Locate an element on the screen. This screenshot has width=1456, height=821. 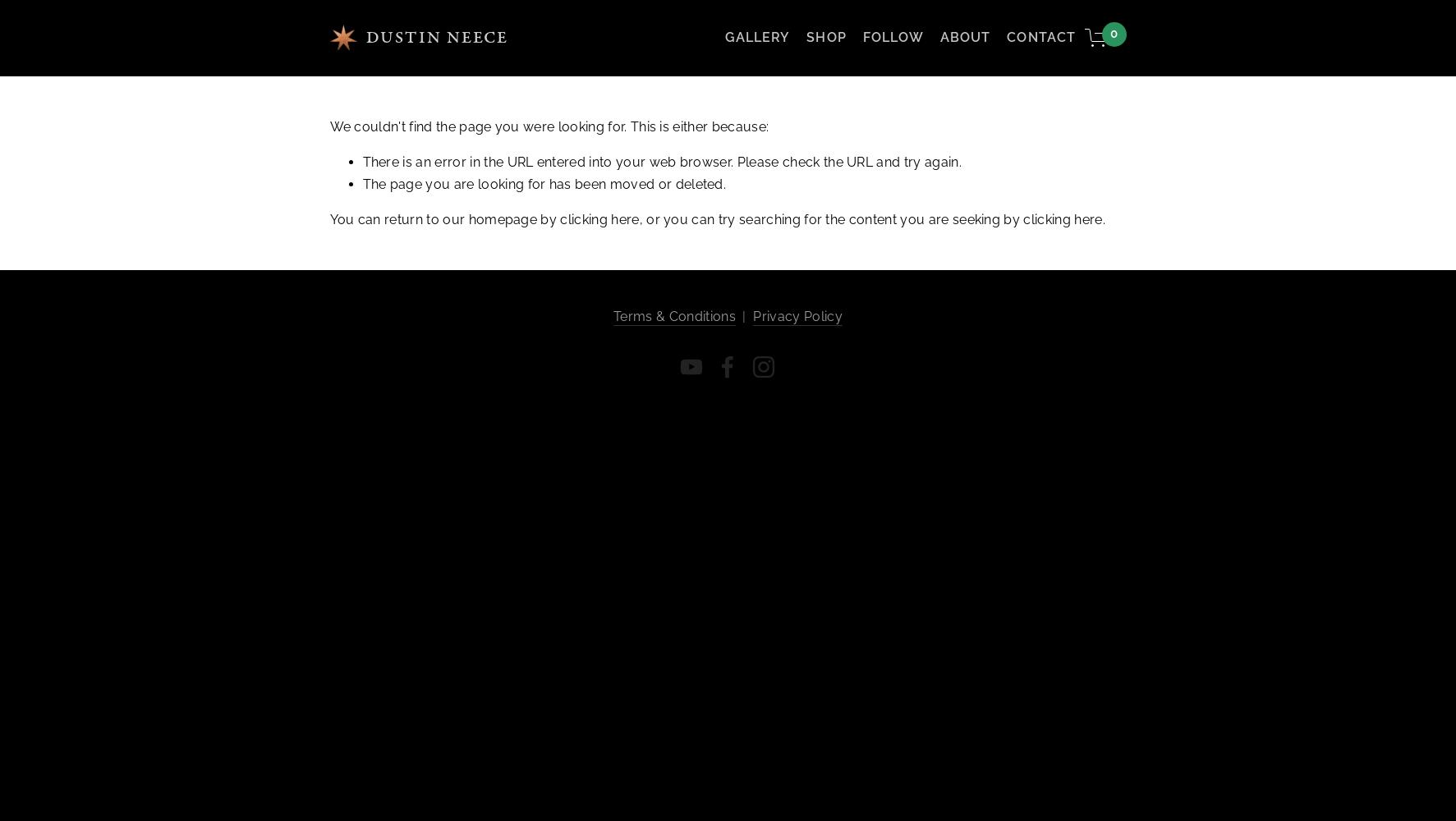
'About' is located at coordinates (965, 37).